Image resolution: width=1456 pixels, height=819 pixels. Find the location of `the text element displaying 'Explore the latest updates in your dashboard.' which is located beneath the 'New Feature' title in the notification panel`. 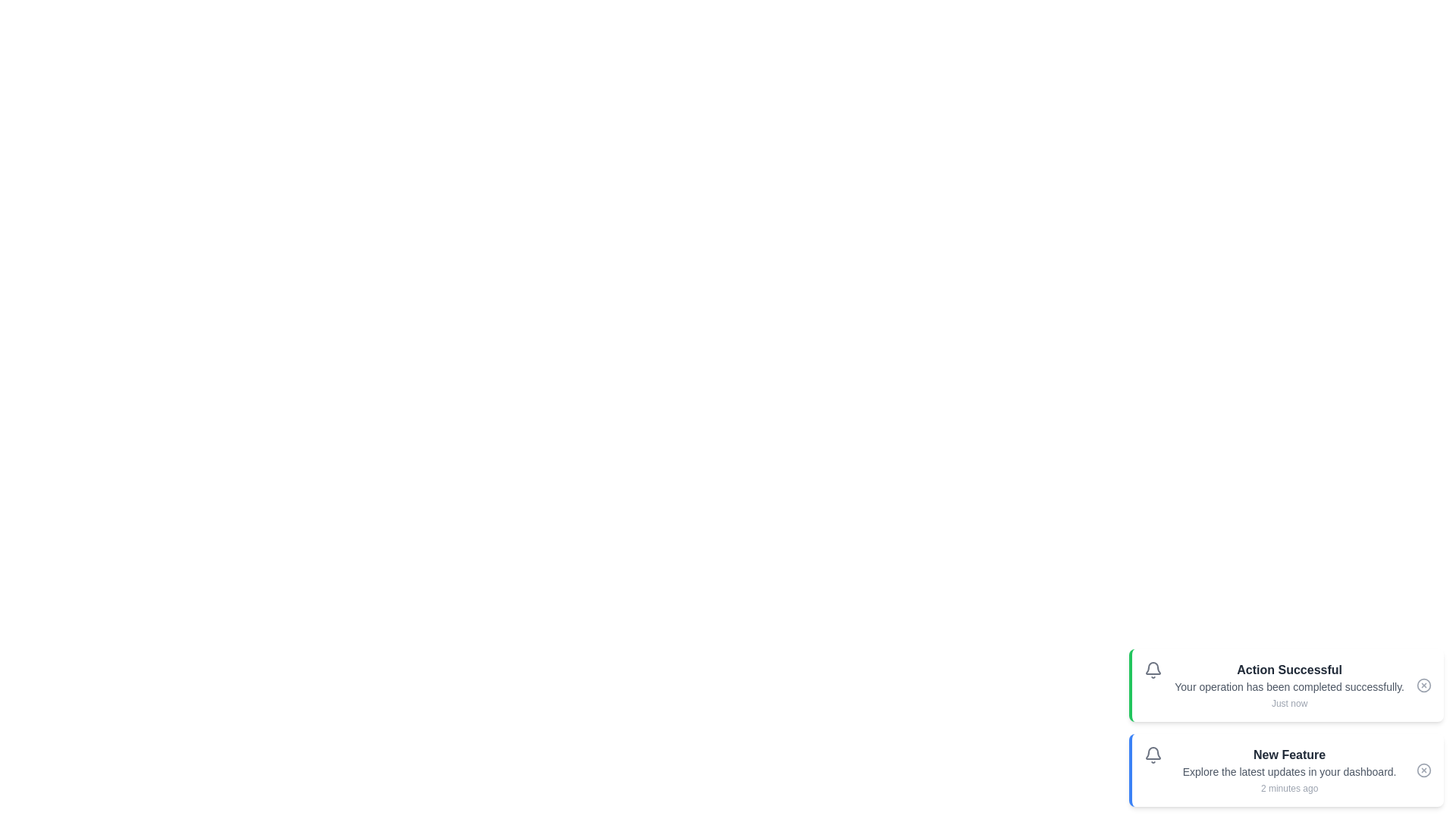

the text element displaying 'Explore the latest updates in your dashboard.' which is located beneath the 'New Feature' title in the notification panel is located at coordinates (1288, 772).